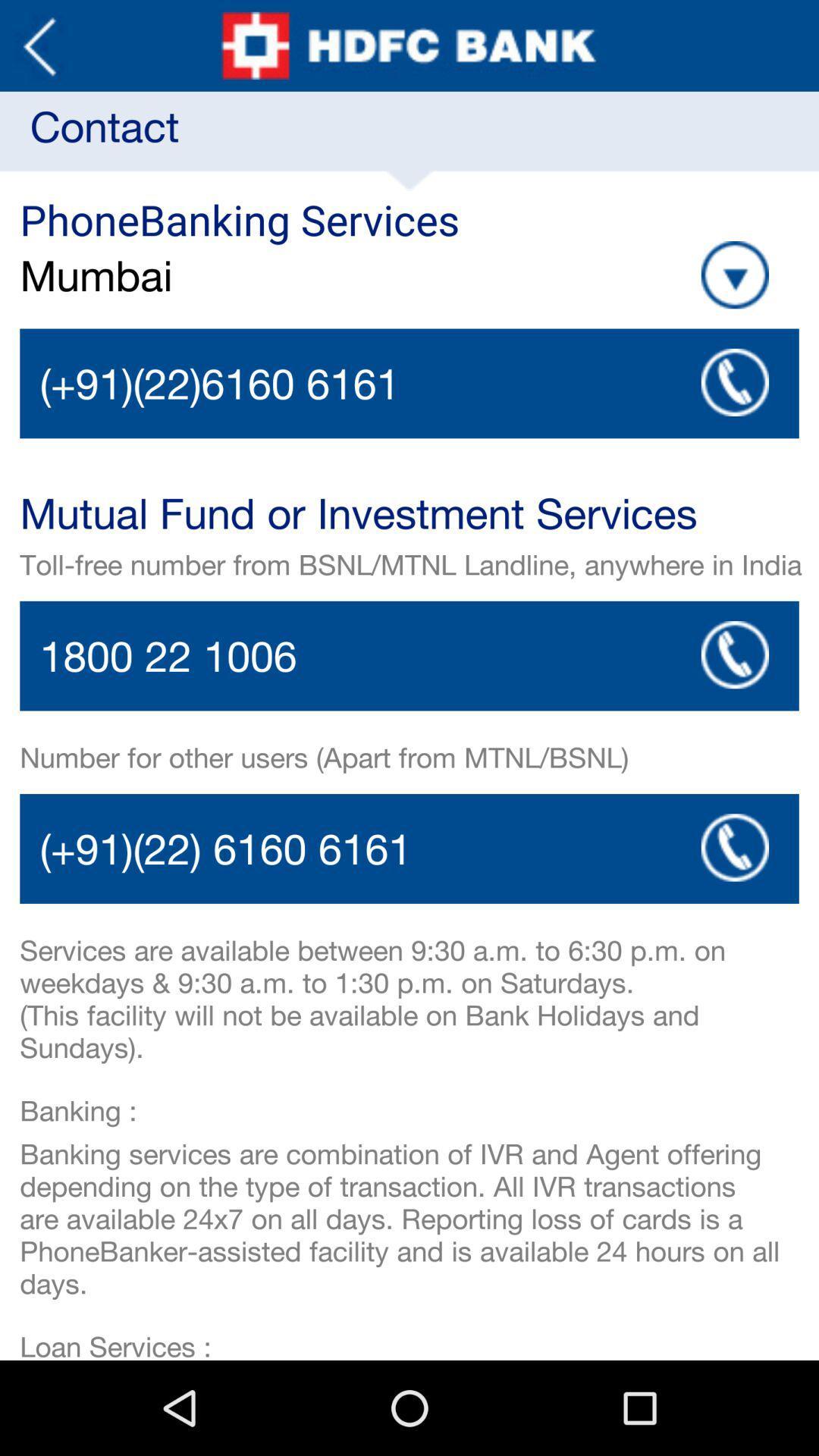  Describe the element at coordinates (734, 654) in the screenshot. I see `item next to the 1800 22 1006 app` at that location.